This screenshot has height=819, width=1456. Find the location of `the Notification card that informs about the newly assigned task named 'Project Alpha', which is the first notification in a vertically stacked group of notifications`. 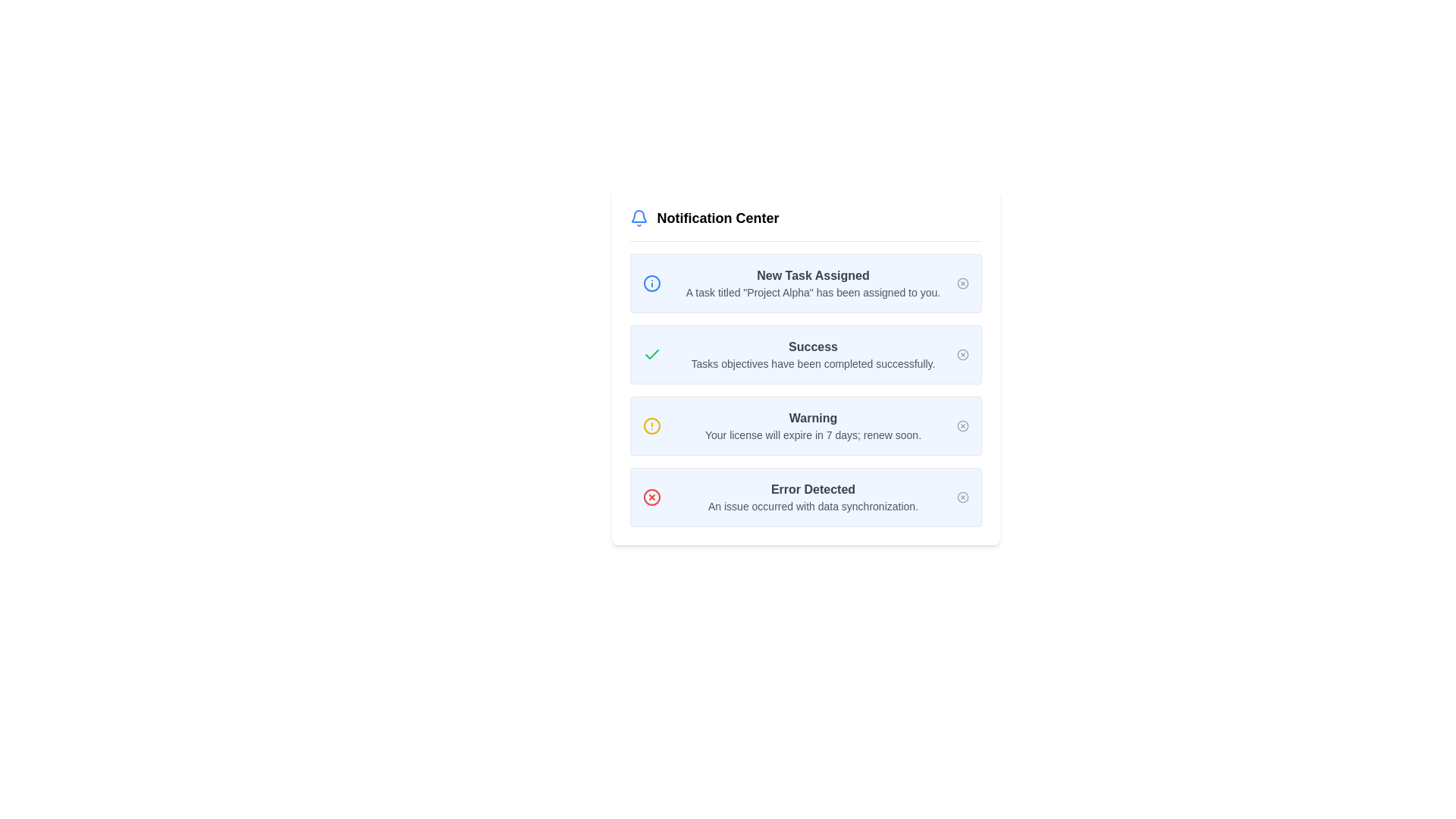

the Notification card that informs about the newly assigned task named 'Project Alpha', which is the first notification in a vertically stacked group of notifications is located at coordinates (805, 284).